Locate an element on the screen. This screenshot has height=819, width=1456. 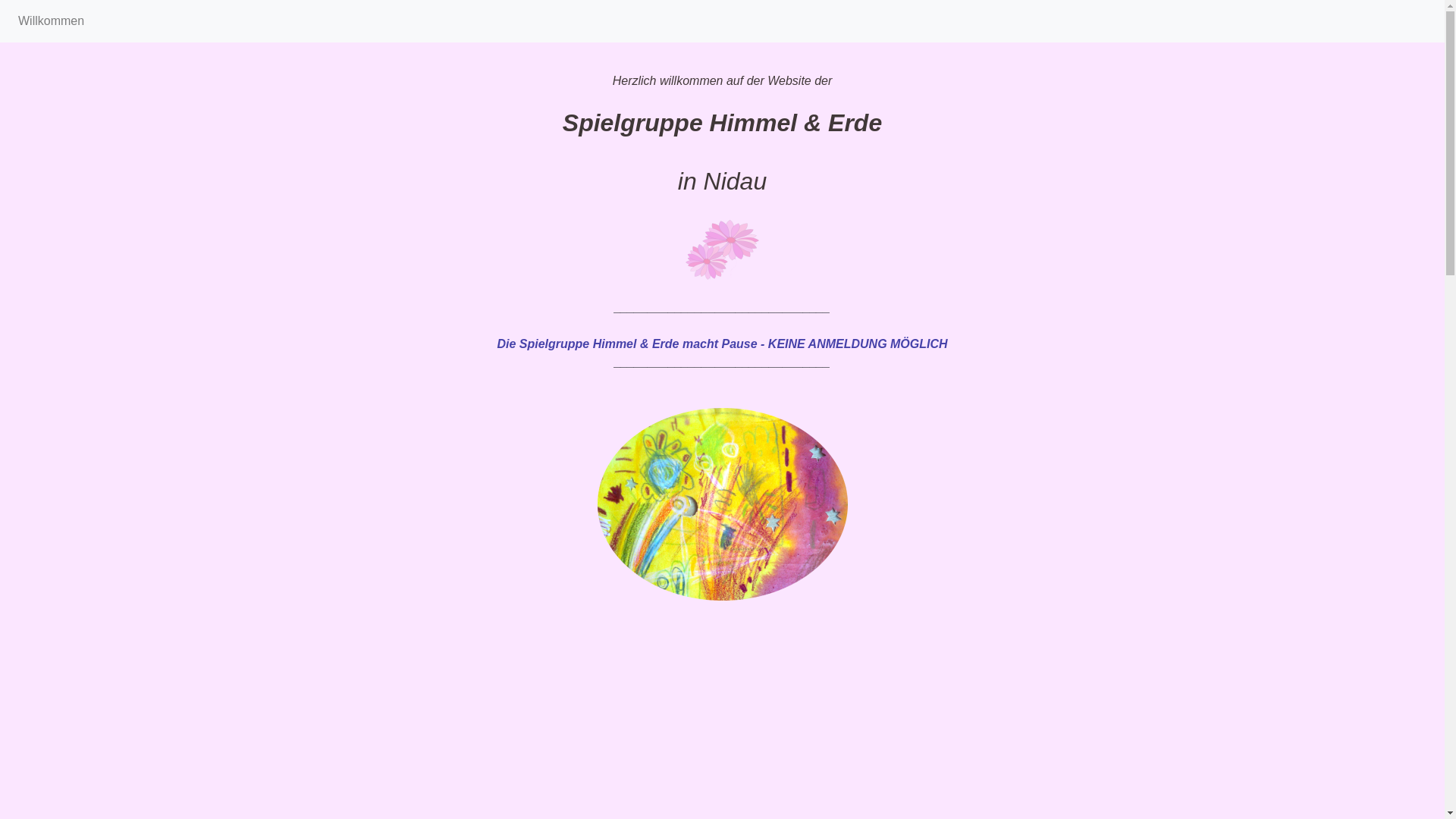
'Willkommen' is located at coordinates (51, 20).